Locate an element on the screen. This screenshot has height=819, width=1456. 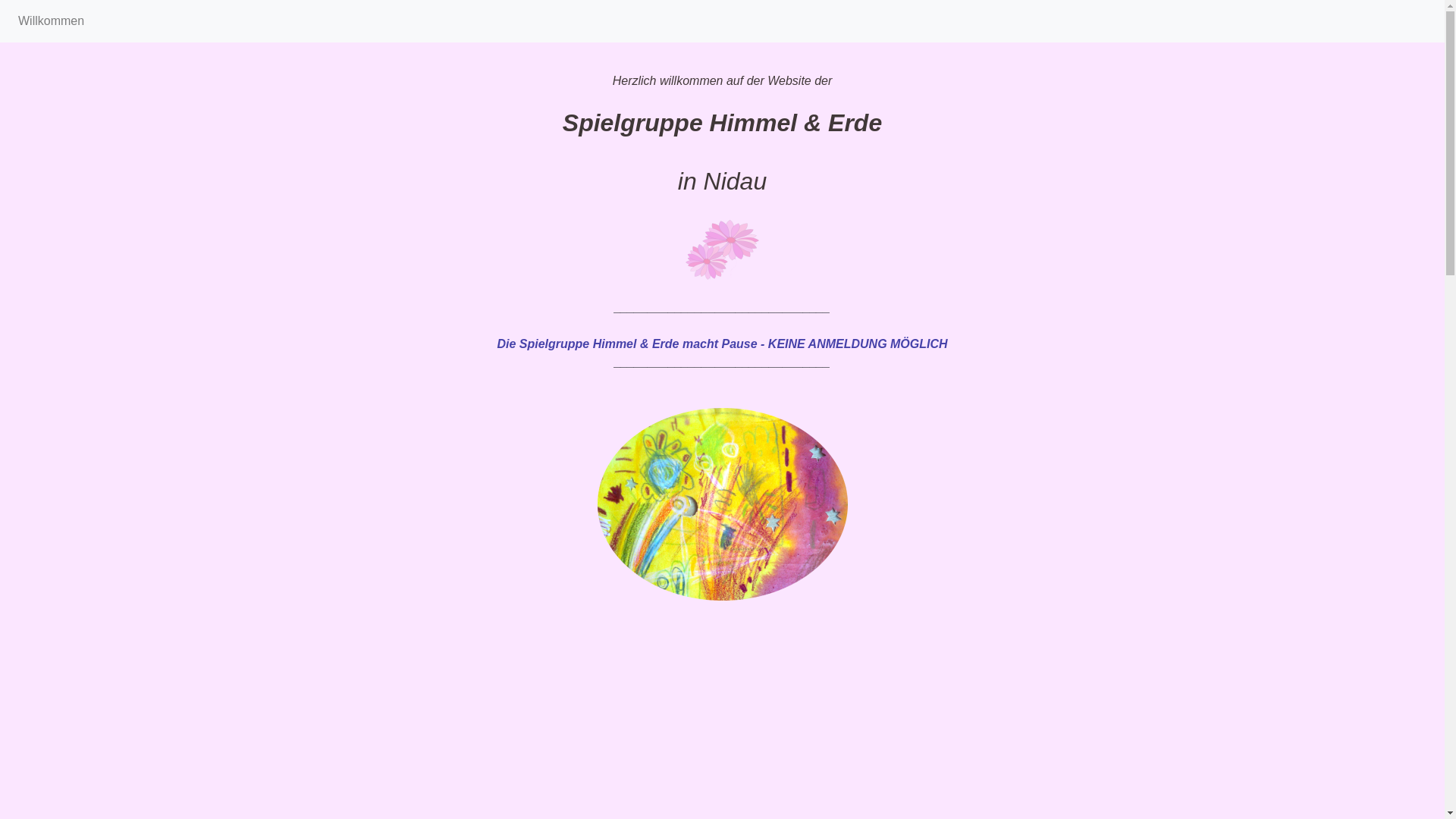
'Willkommen' is located at coordinates (51, 20).